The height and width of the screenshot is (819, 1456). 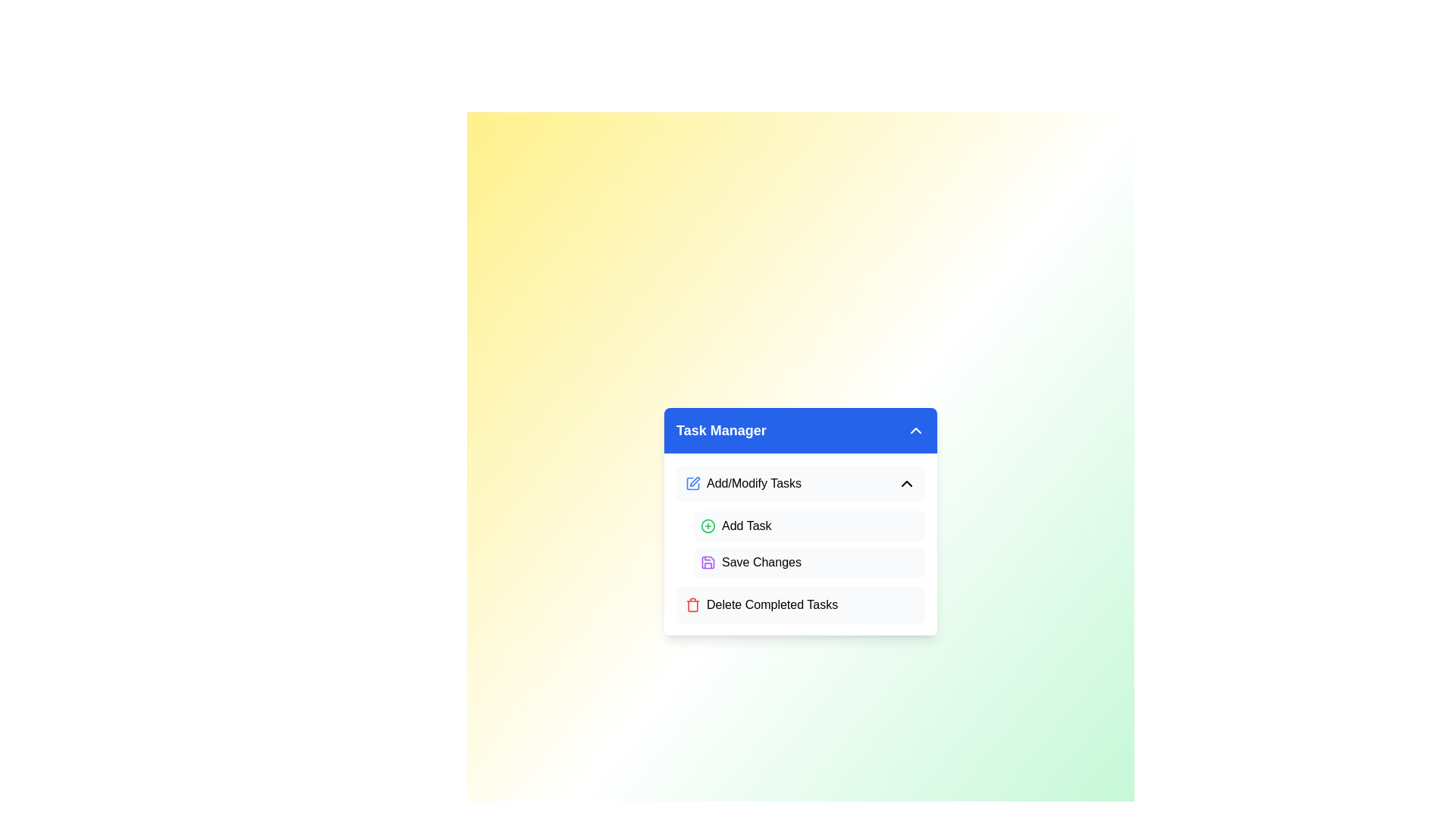 I want to click on the icon representing the 'Add/Modify Tasks' functionality, which is the leftmost component in the row within the 'Task Manager' dropdown menu, so click(x=692, y=483).